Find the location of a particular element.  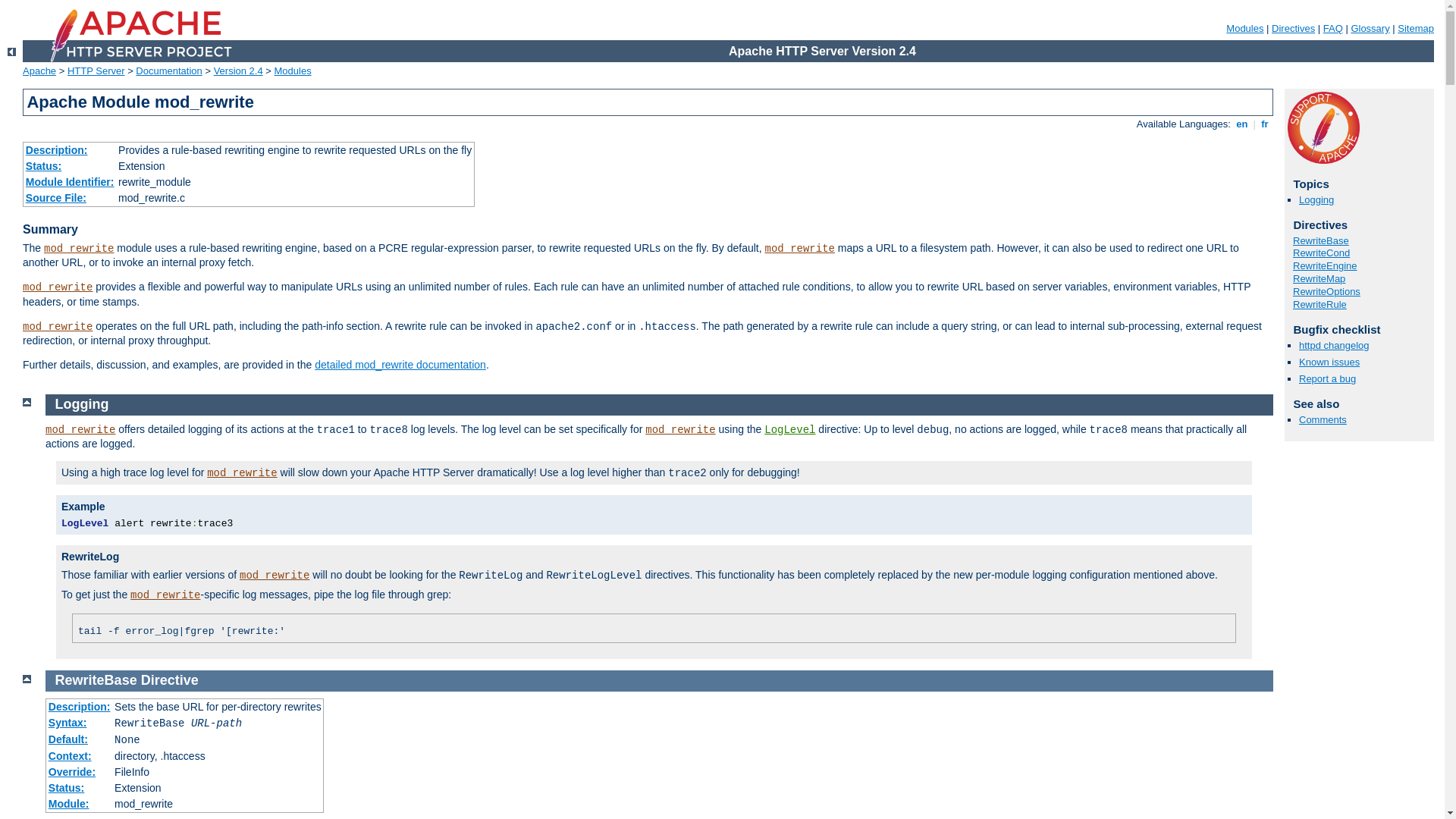

'<-' is located at coordinates (11, 51).